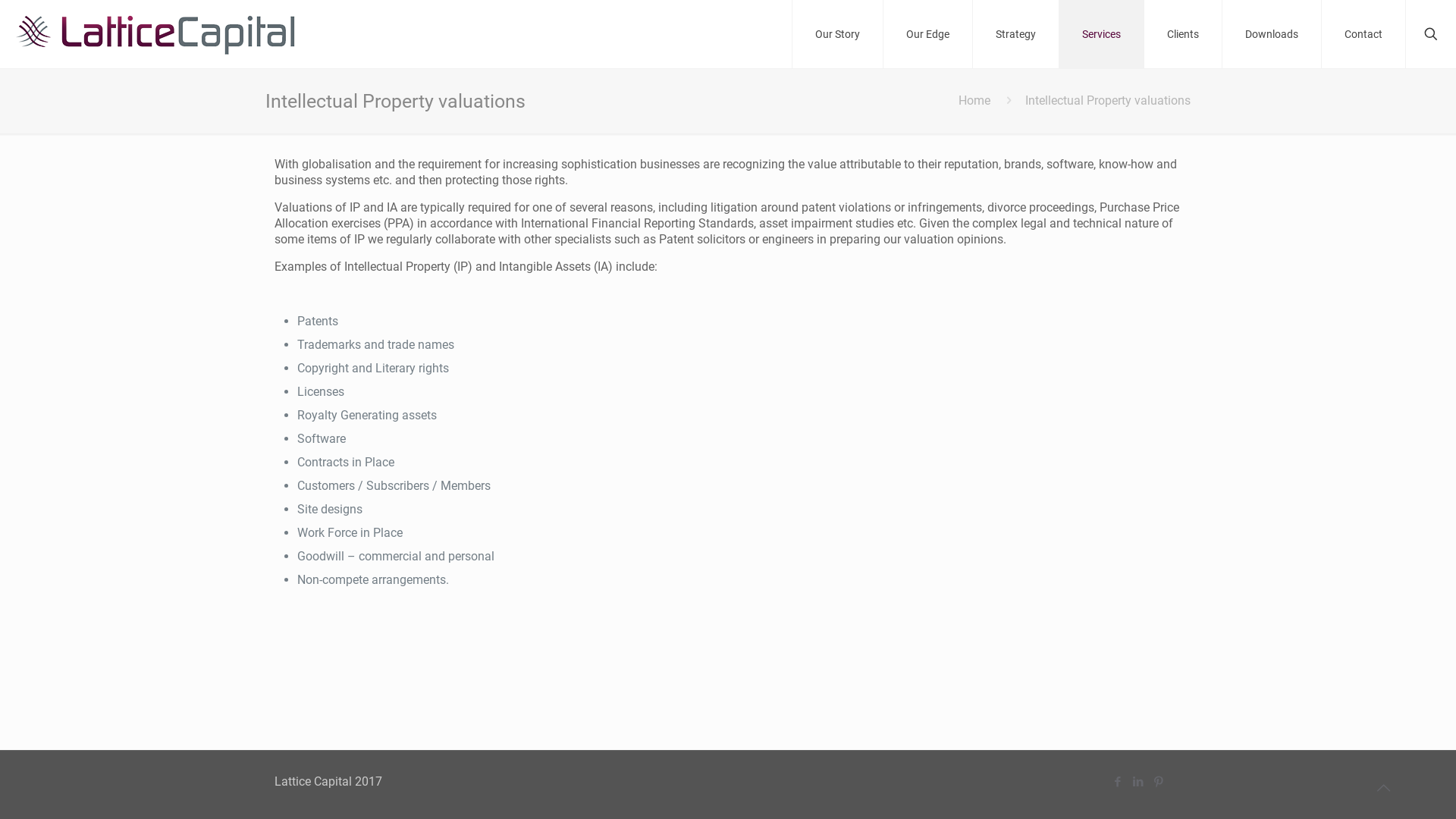  What do you see at coordinates (836, 34) in the screenshot?
I see `'Our Story'` at bounding box center [836, 34].